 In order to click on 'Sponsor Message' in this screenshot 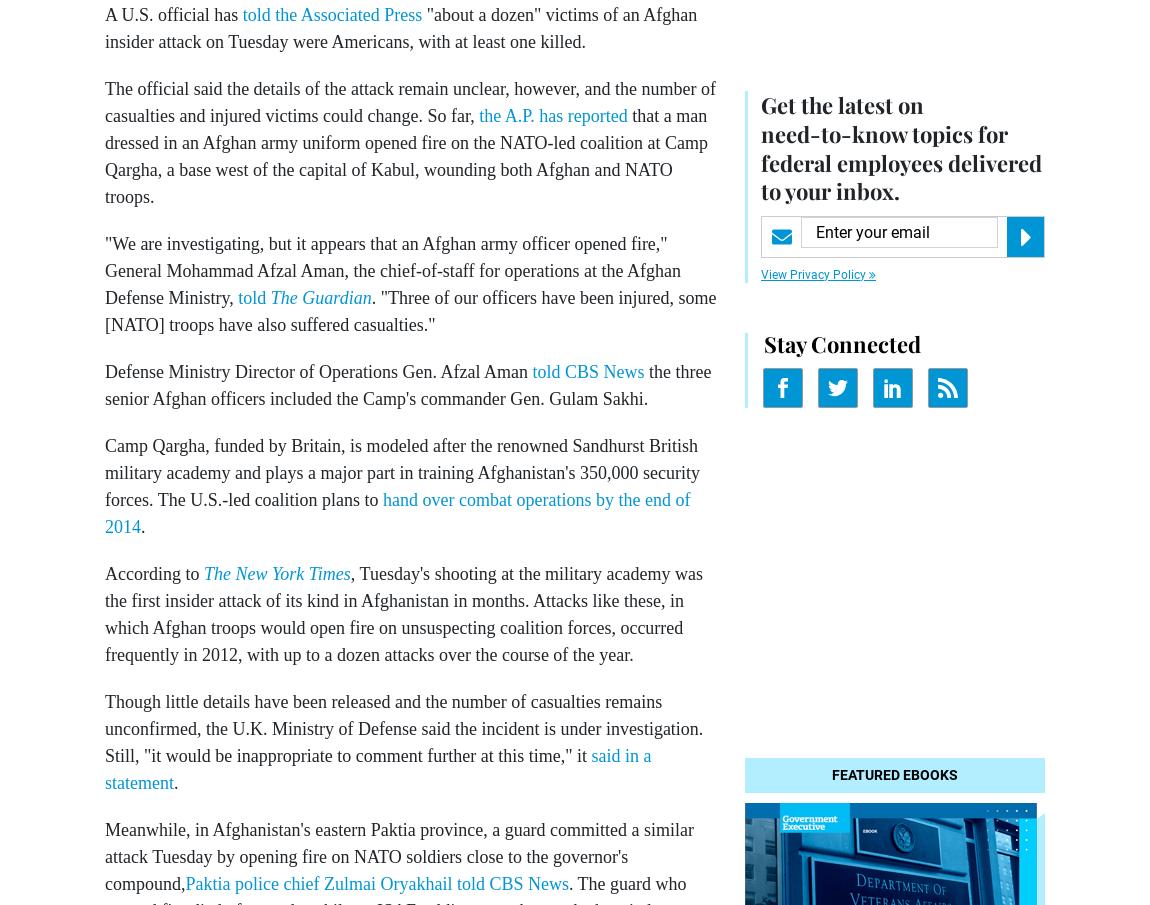, I will do `click(894, 457)`.